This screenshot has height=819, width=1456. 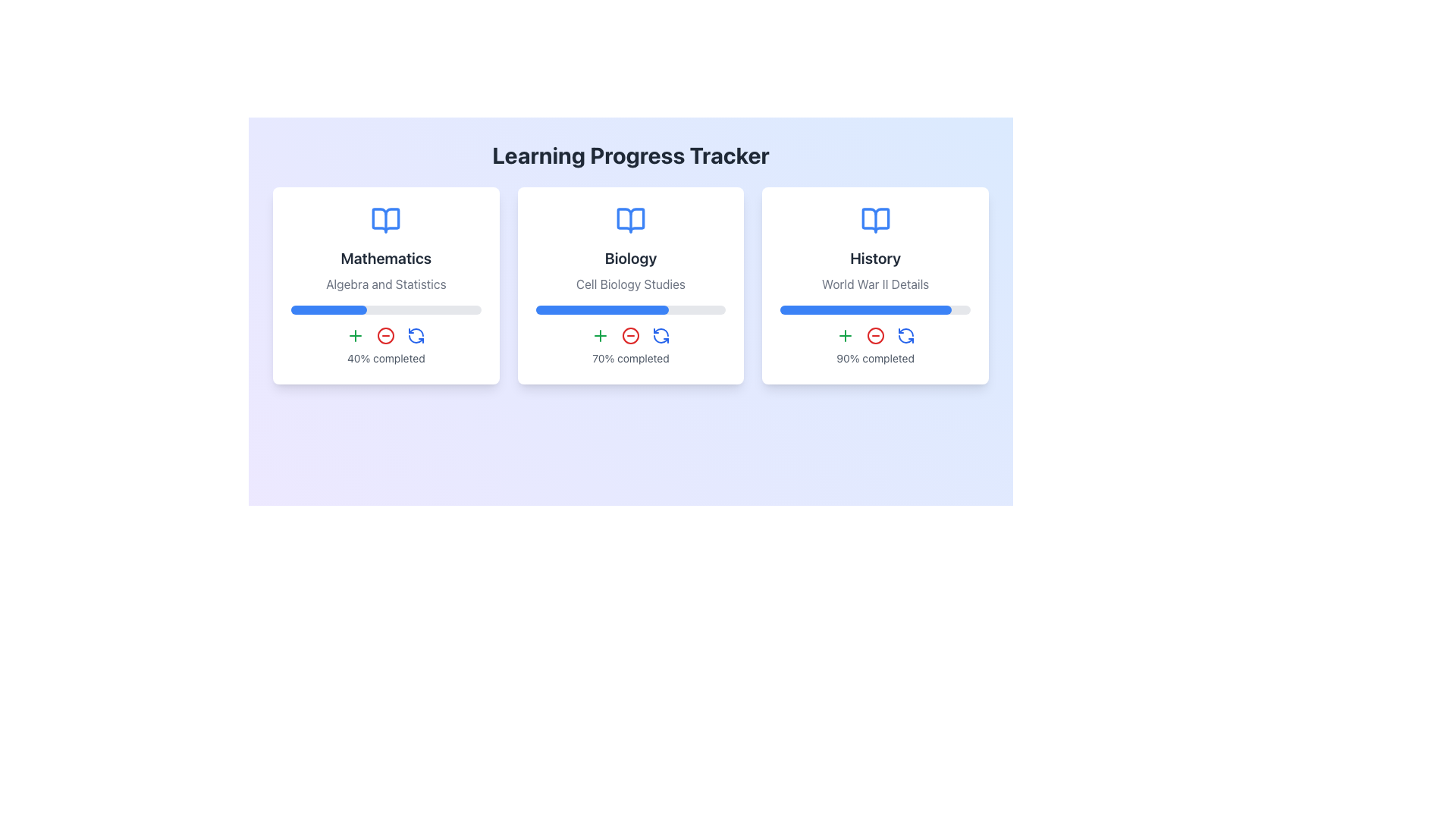 What do you see at coordinates (875, 284) in the screenshot?
I see `the text label displaying 'World War II Details' located within the 'History' card, positioned below the title 'History'` at bounding box center [875, 284].